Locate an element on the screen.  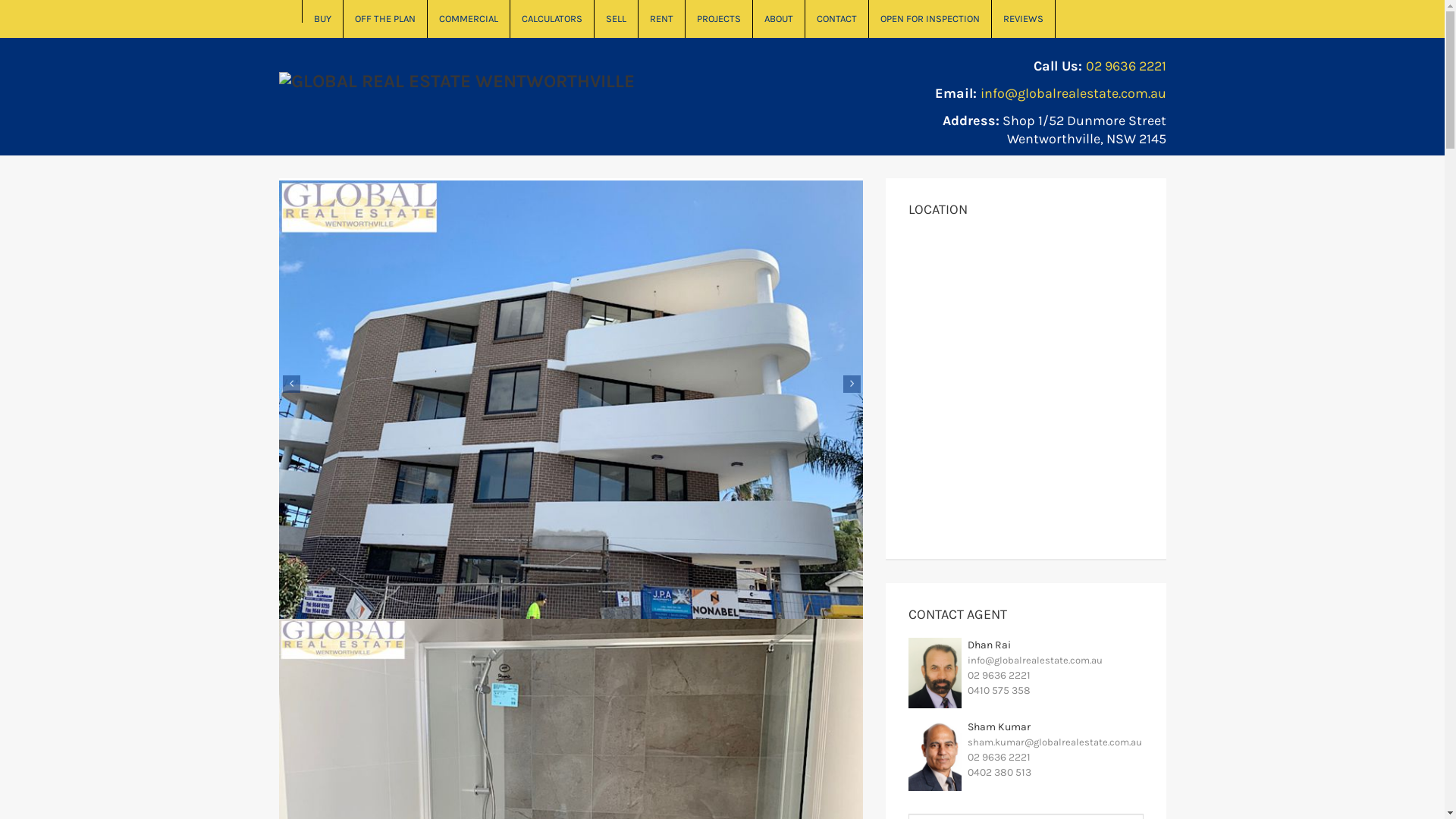
'sham.kumar@globalrealestate.com.au' is located at coordinates (1054, 741).